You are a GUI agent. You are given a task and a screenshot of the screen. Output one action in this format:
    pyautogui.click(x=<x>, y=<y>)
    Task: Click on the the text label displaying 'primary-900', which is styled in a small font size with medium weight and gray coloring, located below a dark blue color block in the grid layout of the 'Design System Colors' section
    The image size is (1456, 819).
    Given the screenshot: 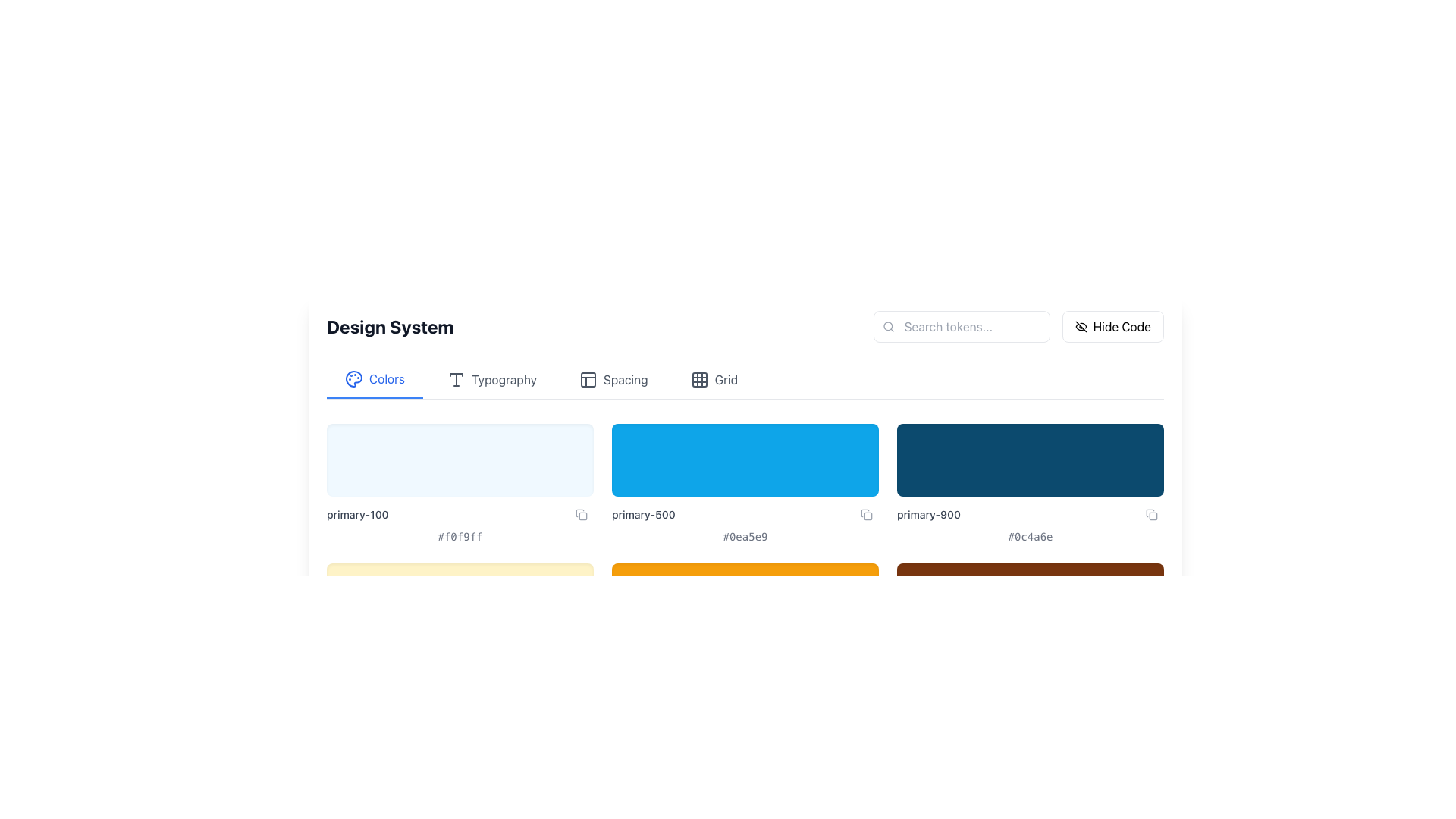 What is the action you would take?
    pyautogui.click(x=927, y=513)
    